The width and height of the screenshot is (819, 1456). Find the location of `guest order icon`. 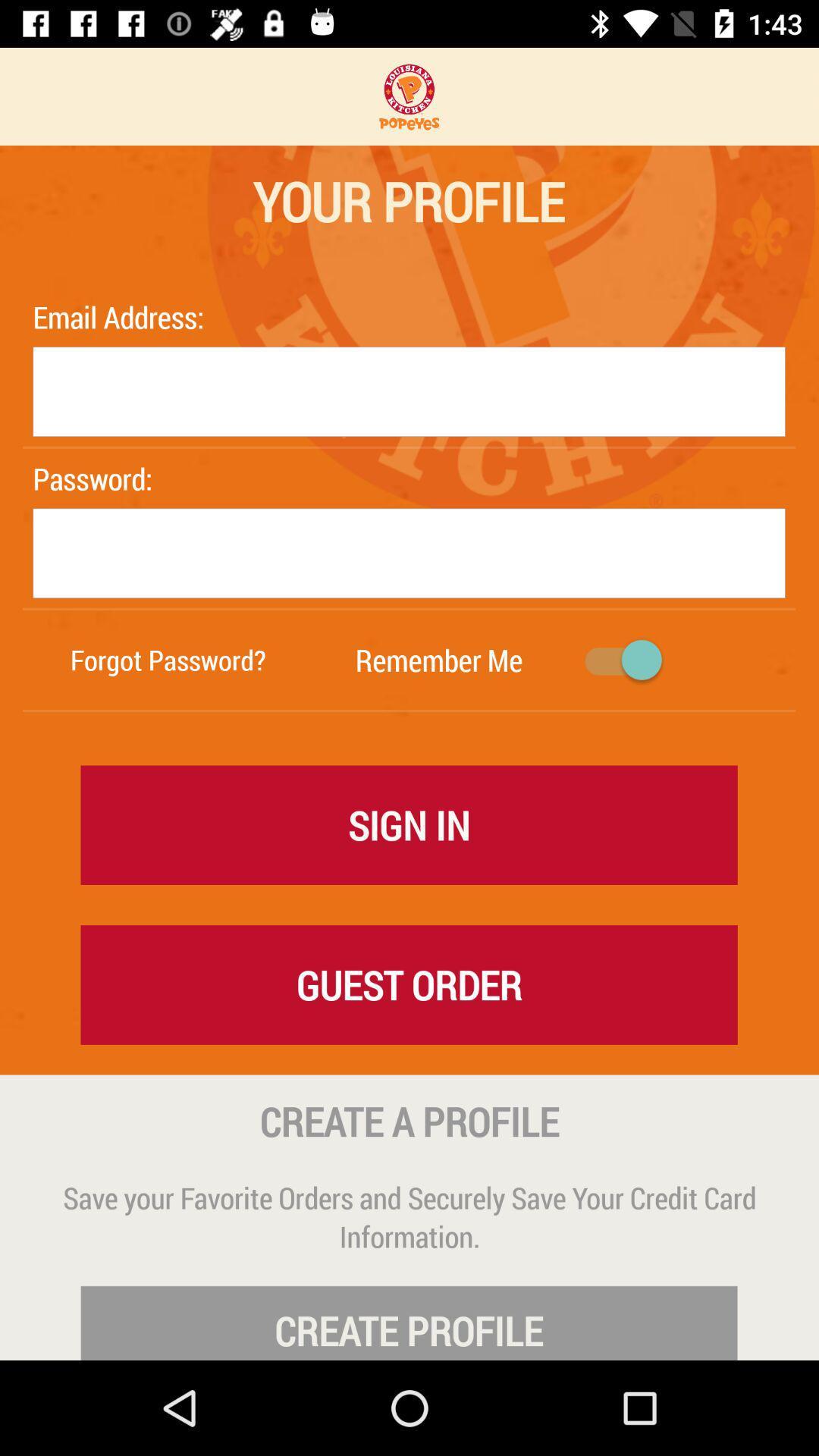

guest order icon is located at coordinates (408, 984).